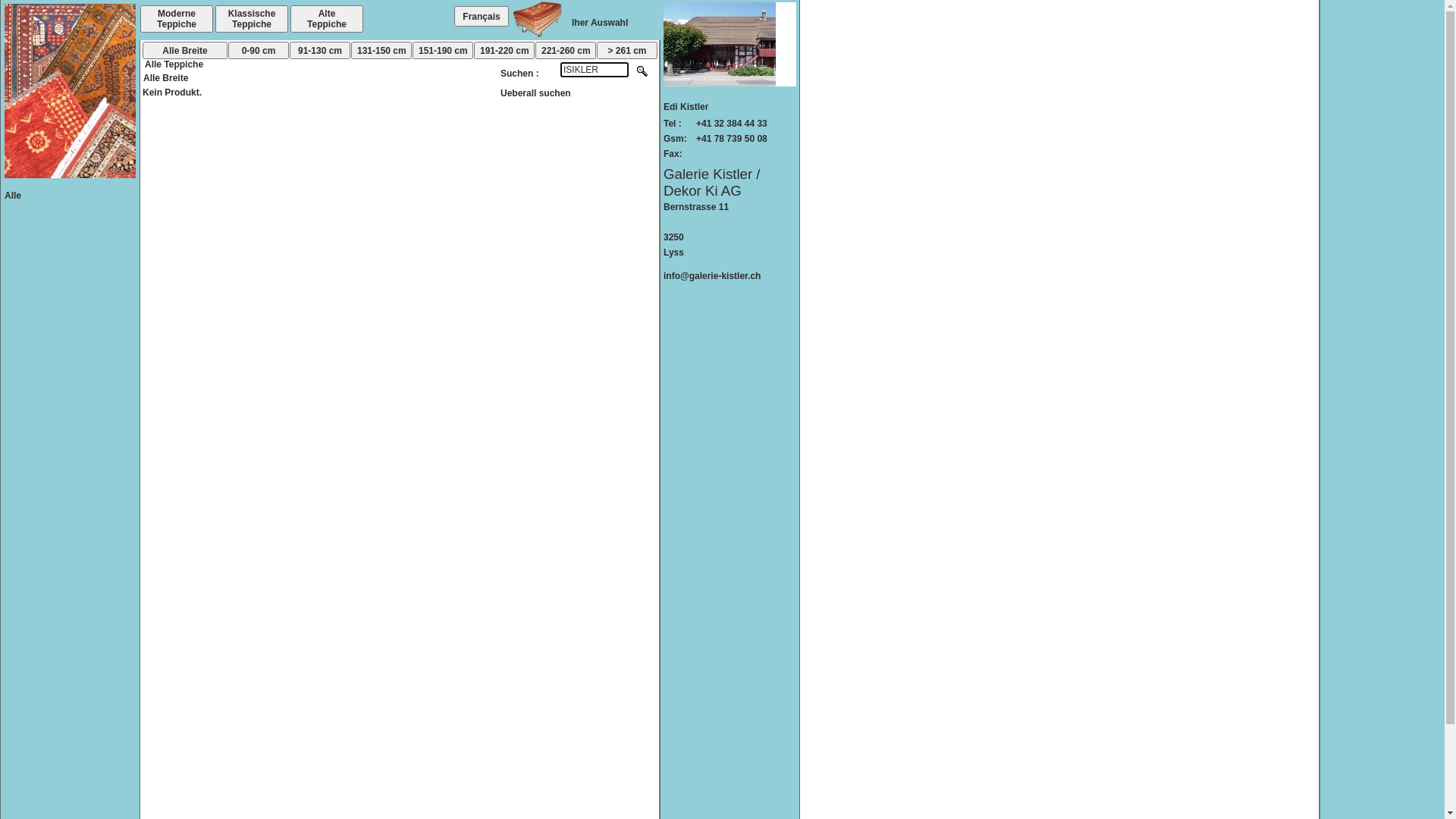 This screenshot has height=819, width=1456. What do you see at coordinates (184, 49) in the screenshot?
I see `'Alle Breite'` at bounding box center [184, 49].